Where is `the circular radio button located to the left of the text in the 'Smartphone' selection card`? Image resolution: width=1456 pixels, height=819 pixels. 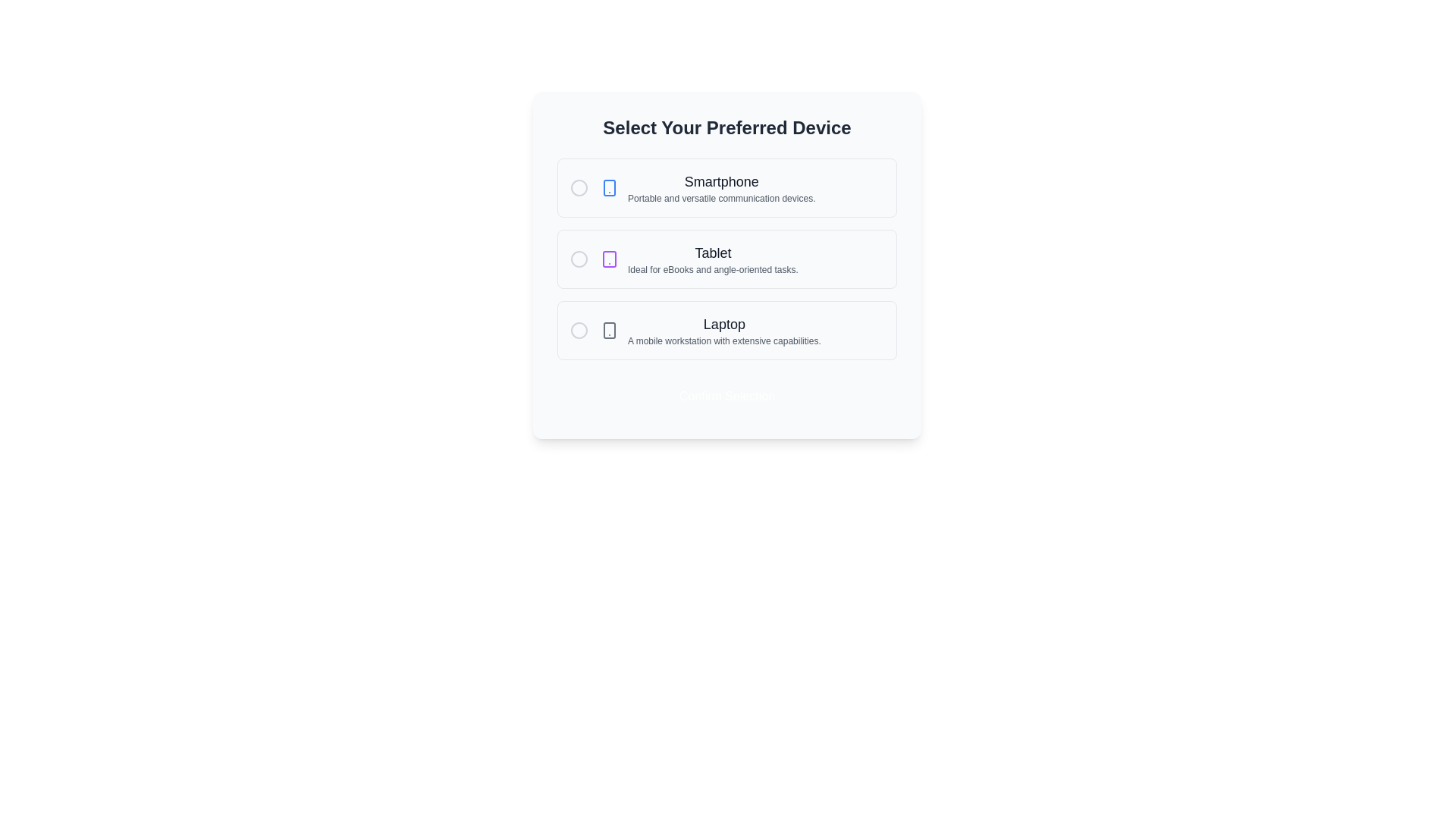 the circular radio button located to the left of the text in the 'Smartphone' selection card is located at coordinates (578, 187).